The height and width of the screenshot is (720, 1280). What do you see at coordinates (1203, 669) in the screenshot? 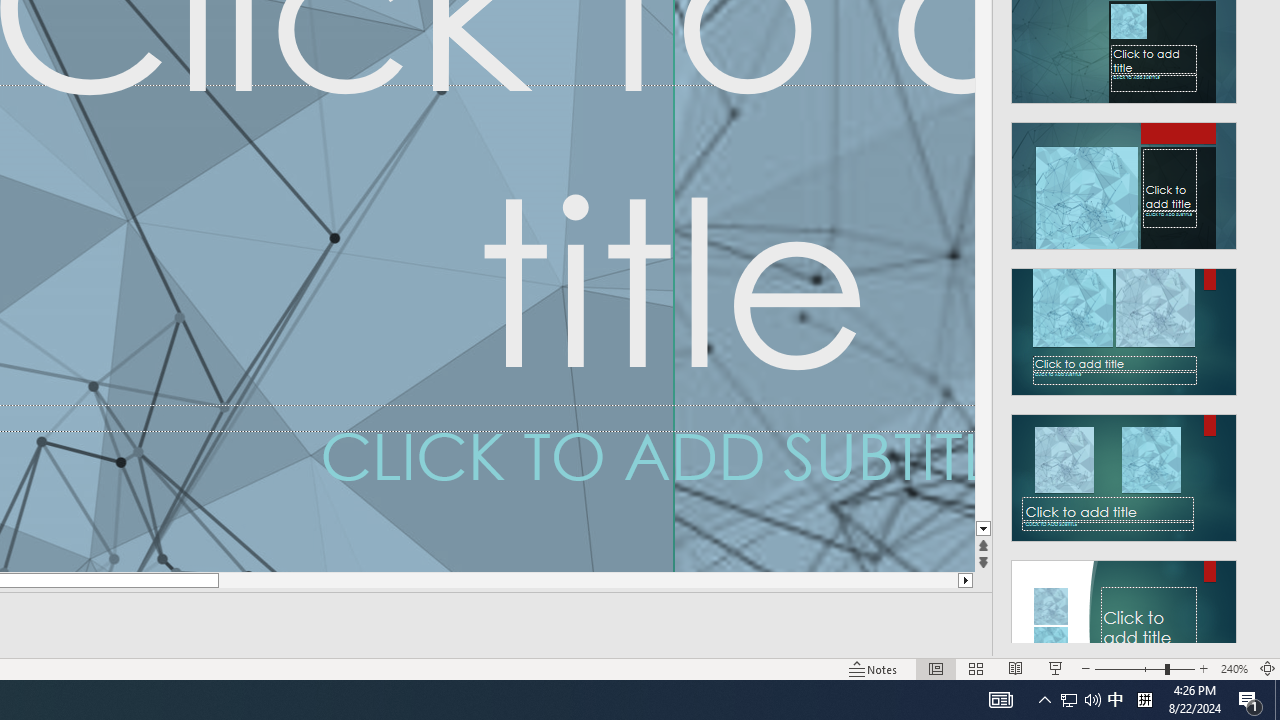
I see `'Zoom In'` at bounding box center [1203, 669].